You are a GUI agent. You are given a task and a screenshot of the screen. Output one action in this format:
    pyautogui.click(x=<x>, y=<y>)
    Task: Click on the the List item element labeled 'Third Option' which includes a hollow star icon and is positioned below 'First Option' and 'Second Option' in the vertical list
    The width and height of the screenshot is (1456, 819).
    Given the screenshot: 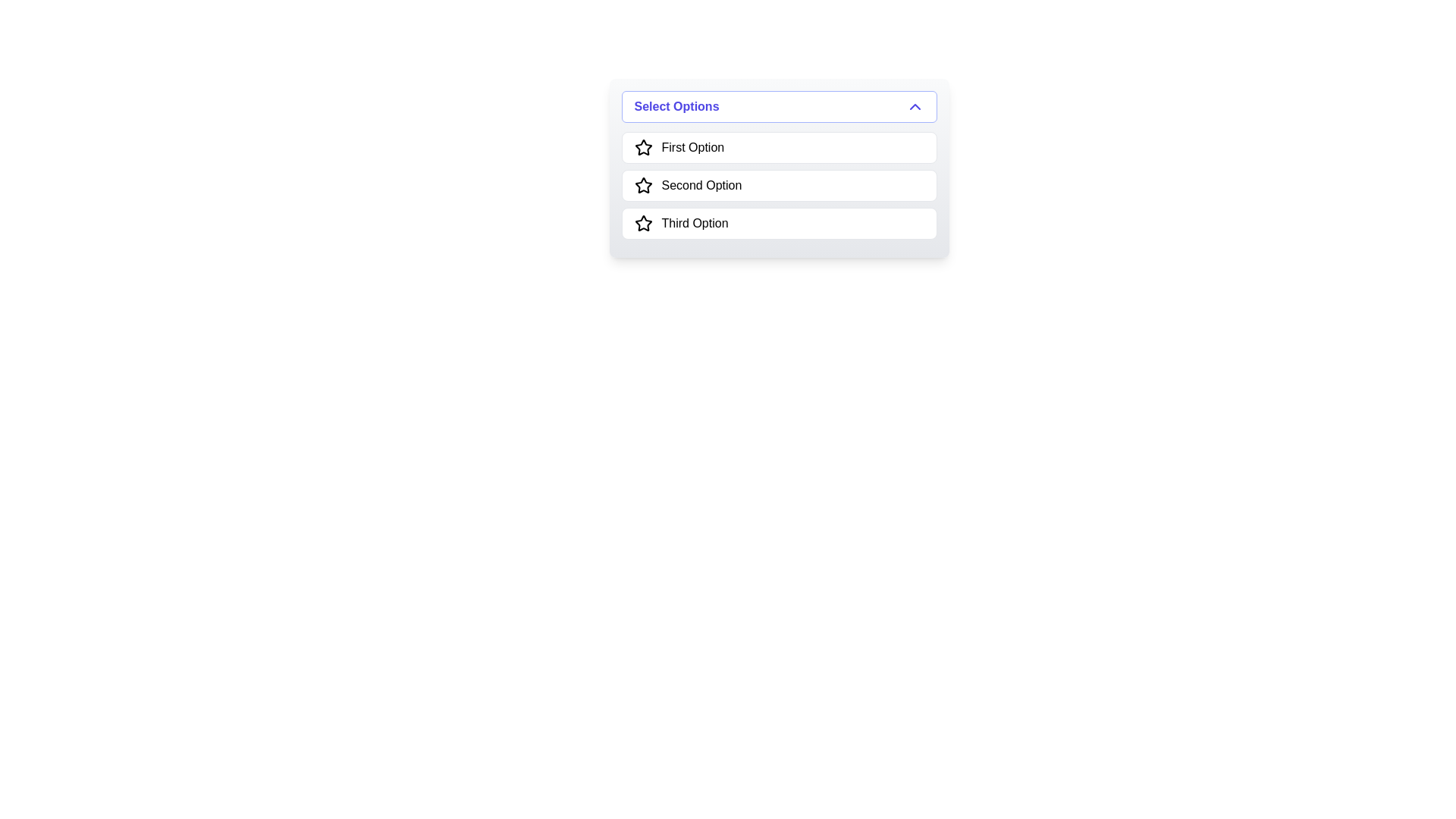 What is the action you would take?
    pyautogui.click(x=680, y=223)
    